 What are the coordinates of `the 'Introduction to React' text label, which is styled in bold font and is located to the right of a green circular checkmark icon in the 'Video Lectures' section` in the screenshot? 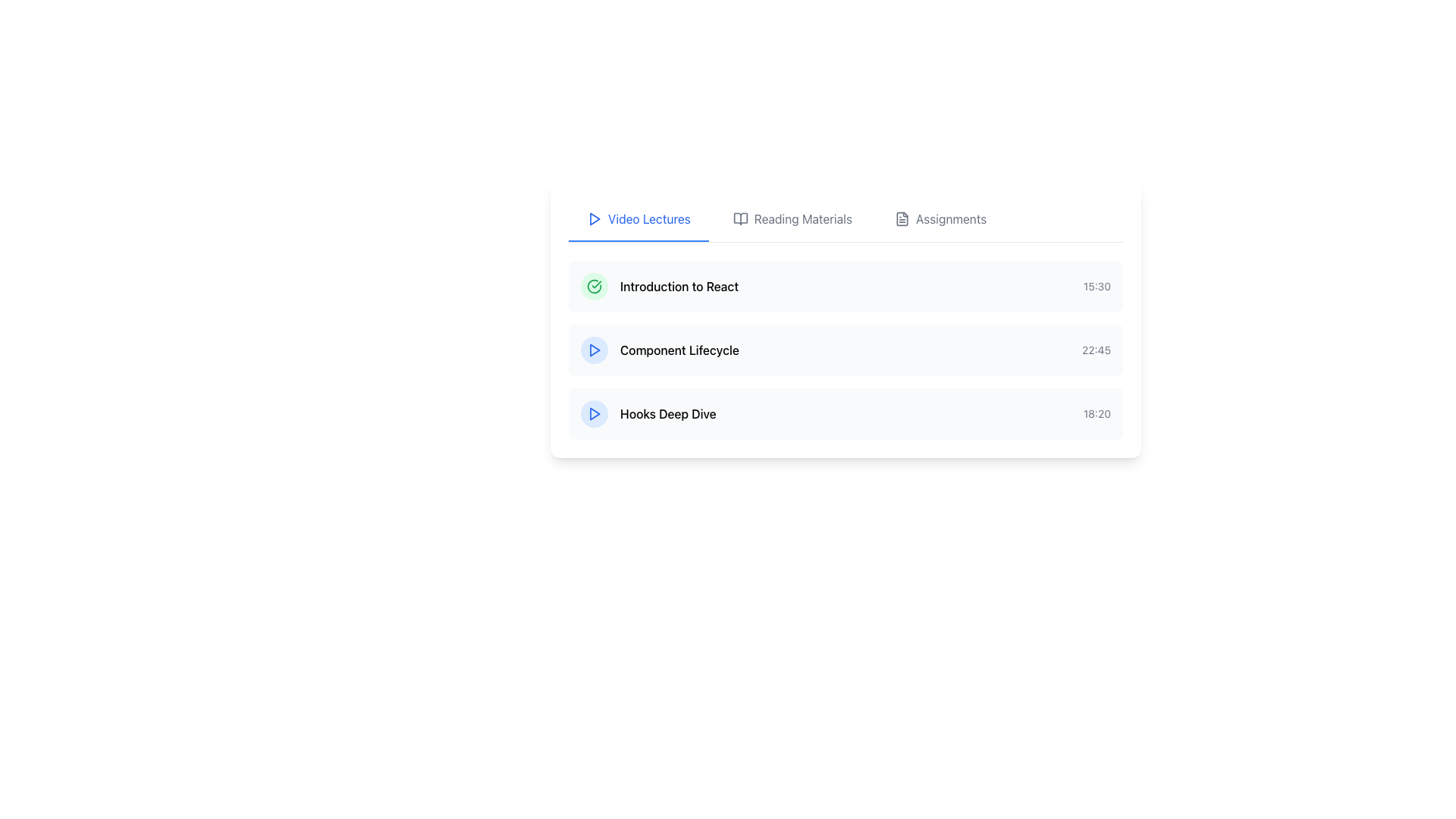 It's located at (659, 287).